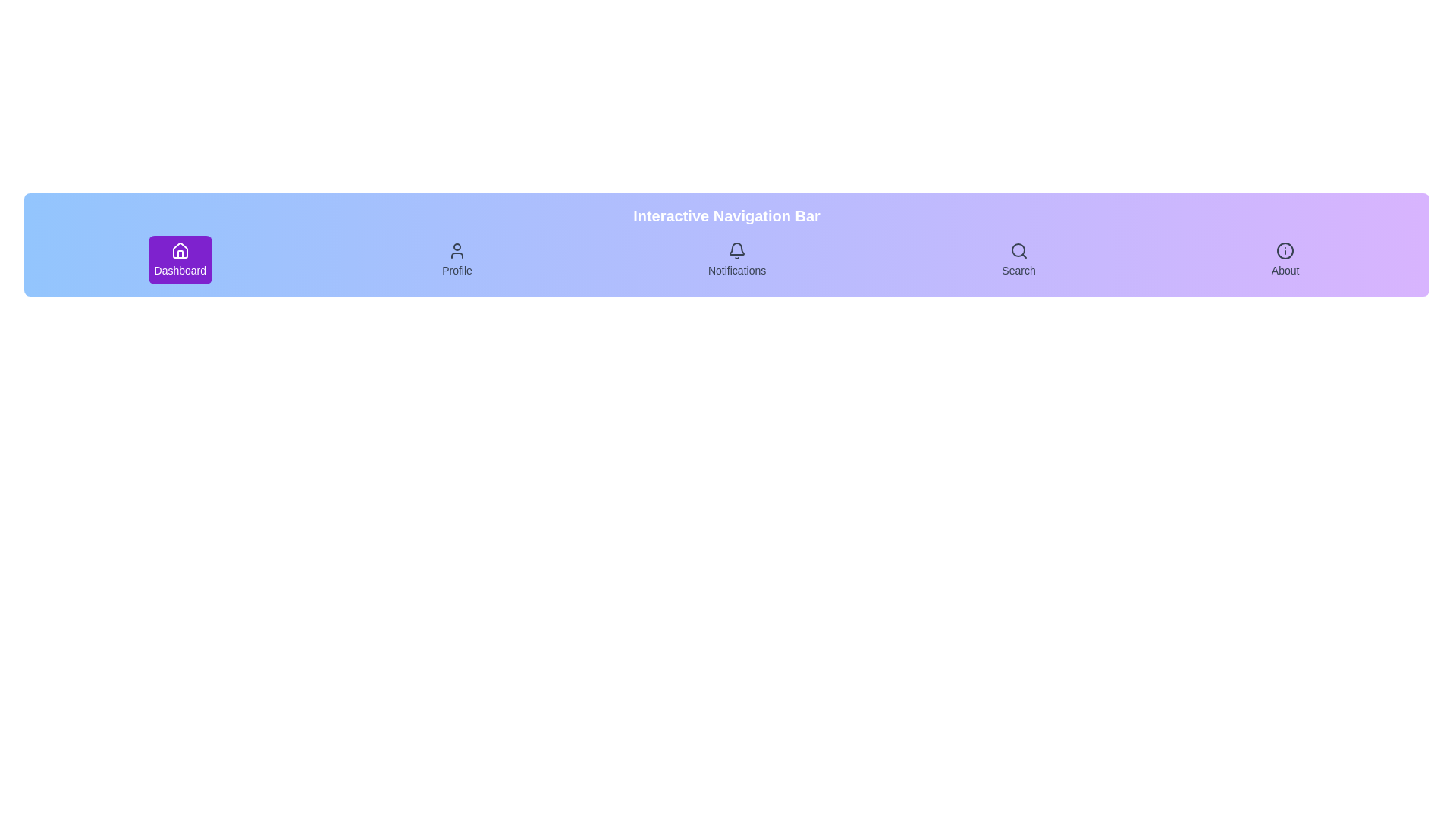 Image resolution: width=1456 pixels, height=819 pixels. What do you see at coordinates (180, 259) in the screenshot?
I see `the navigation item Dashboard to highlight it` at bounding box center [180, 259].